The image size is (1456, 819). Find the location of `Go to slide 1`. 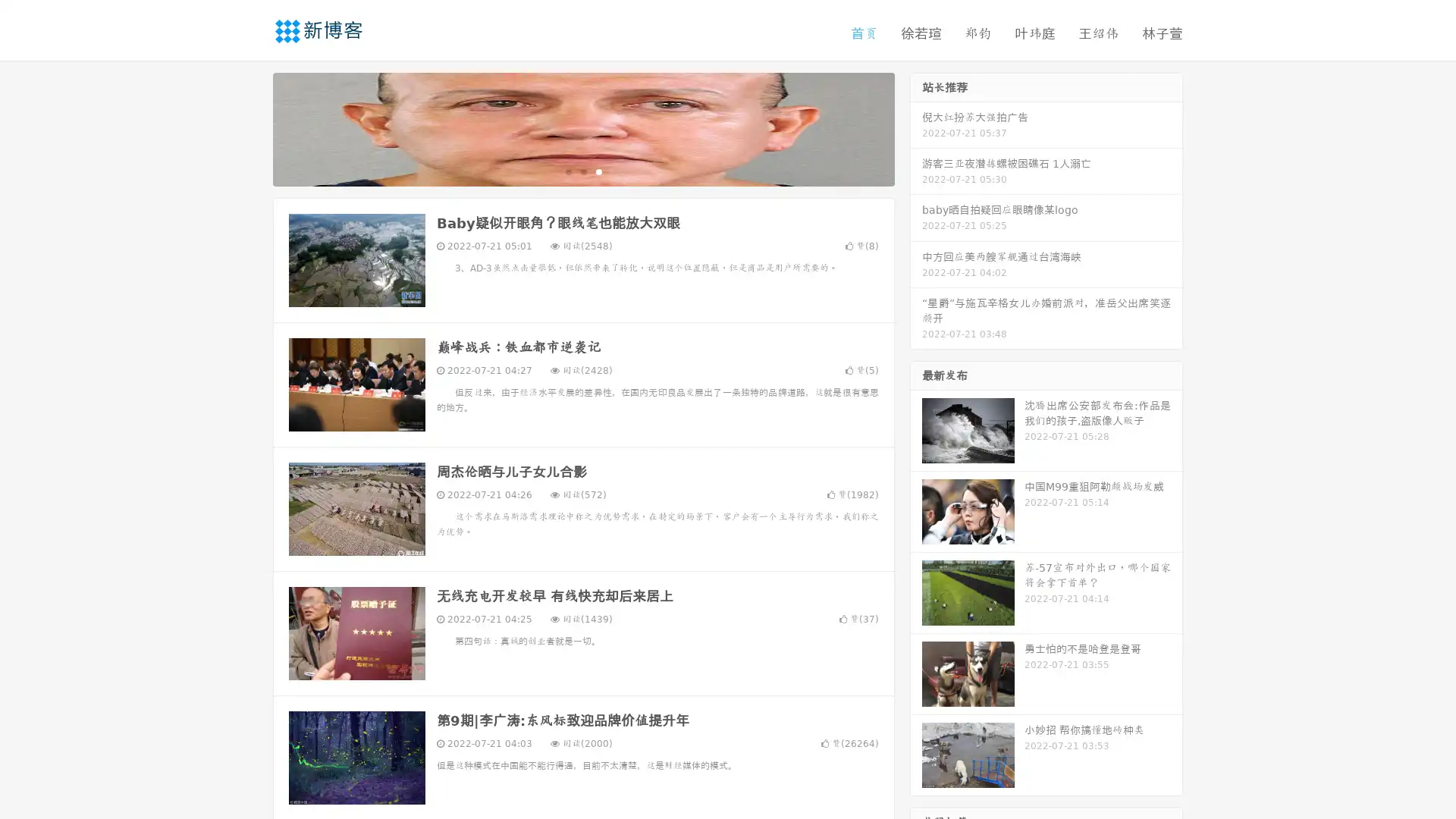

Go to slide 1 is located at coordinates (567, 171).